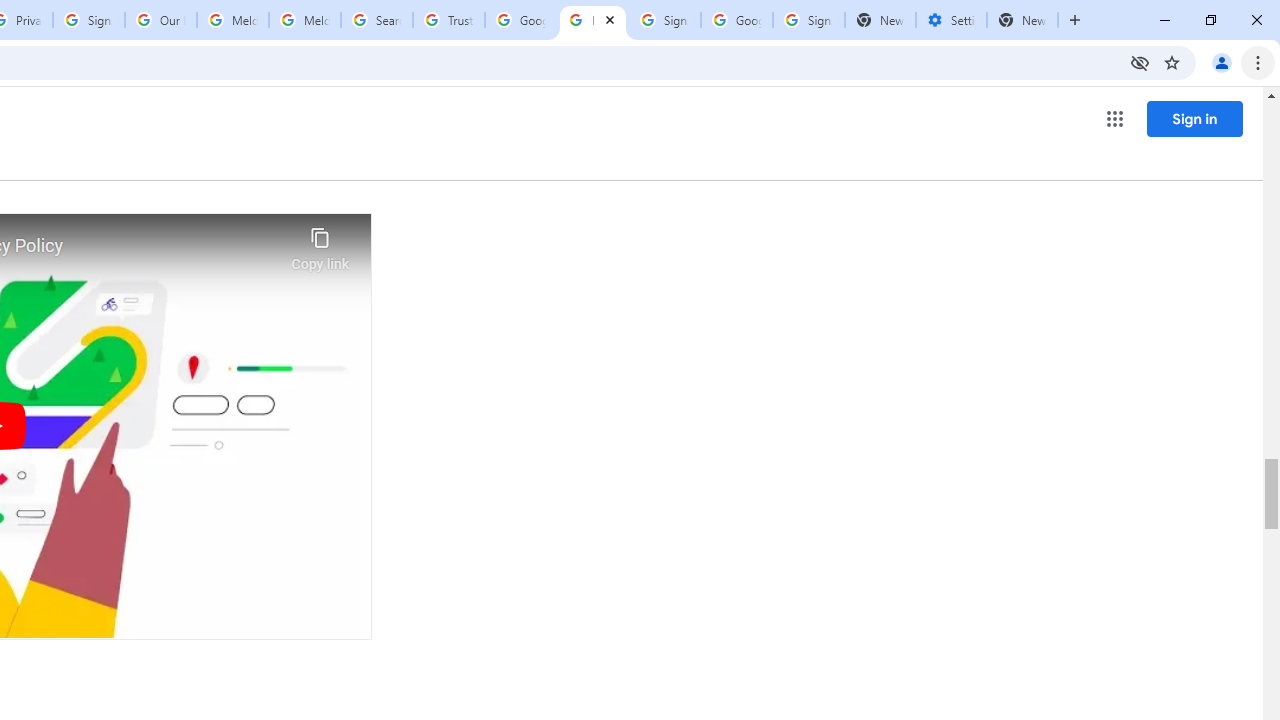 This screenshot has height=720, width=1280. I want to click on 'Trusted Information and Content - Google Safety Center', so click(448, 20).